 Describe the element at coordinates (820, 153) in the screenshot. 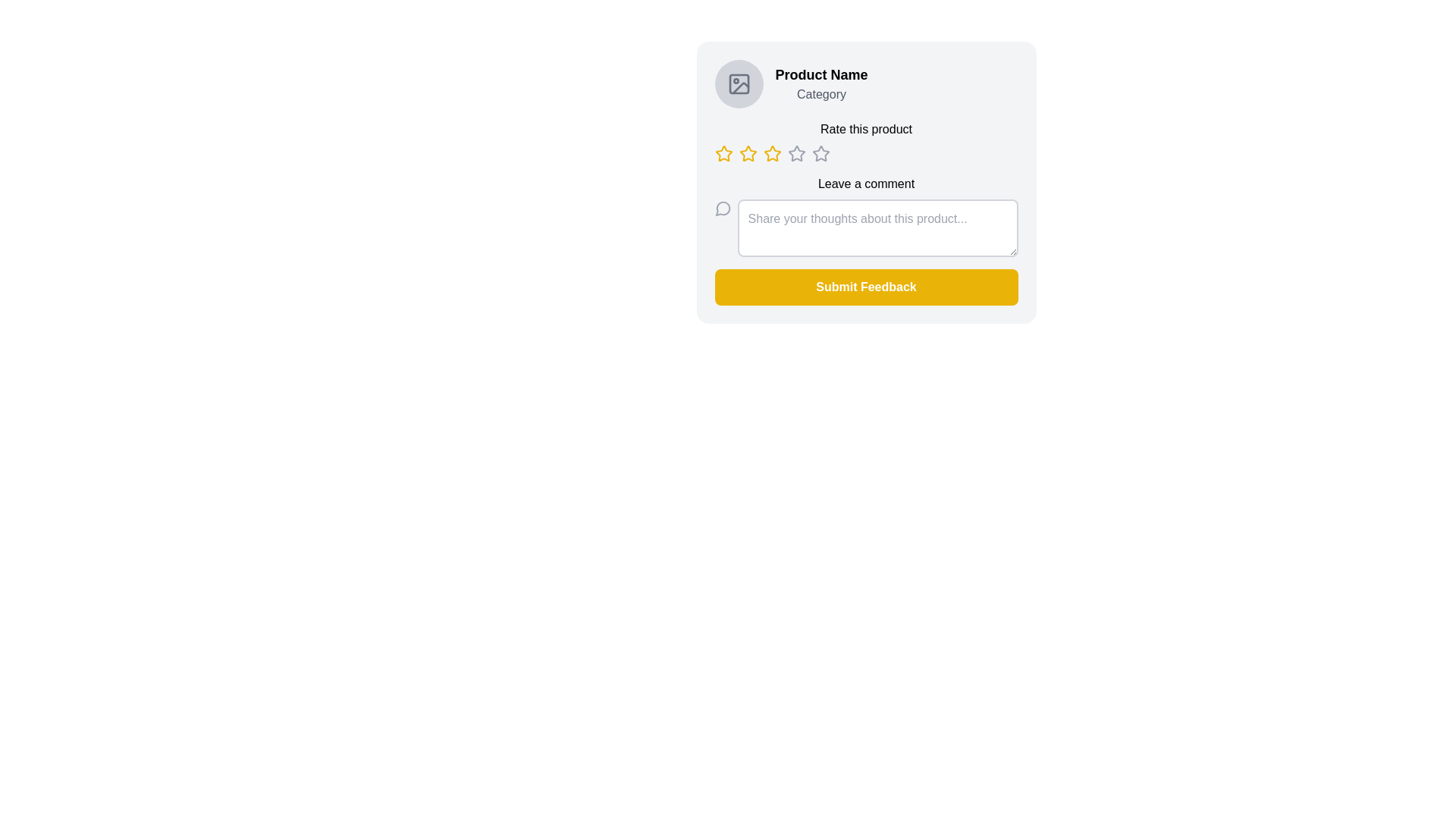

I see `the fourth rating star in the five-star rating widget` at that location.